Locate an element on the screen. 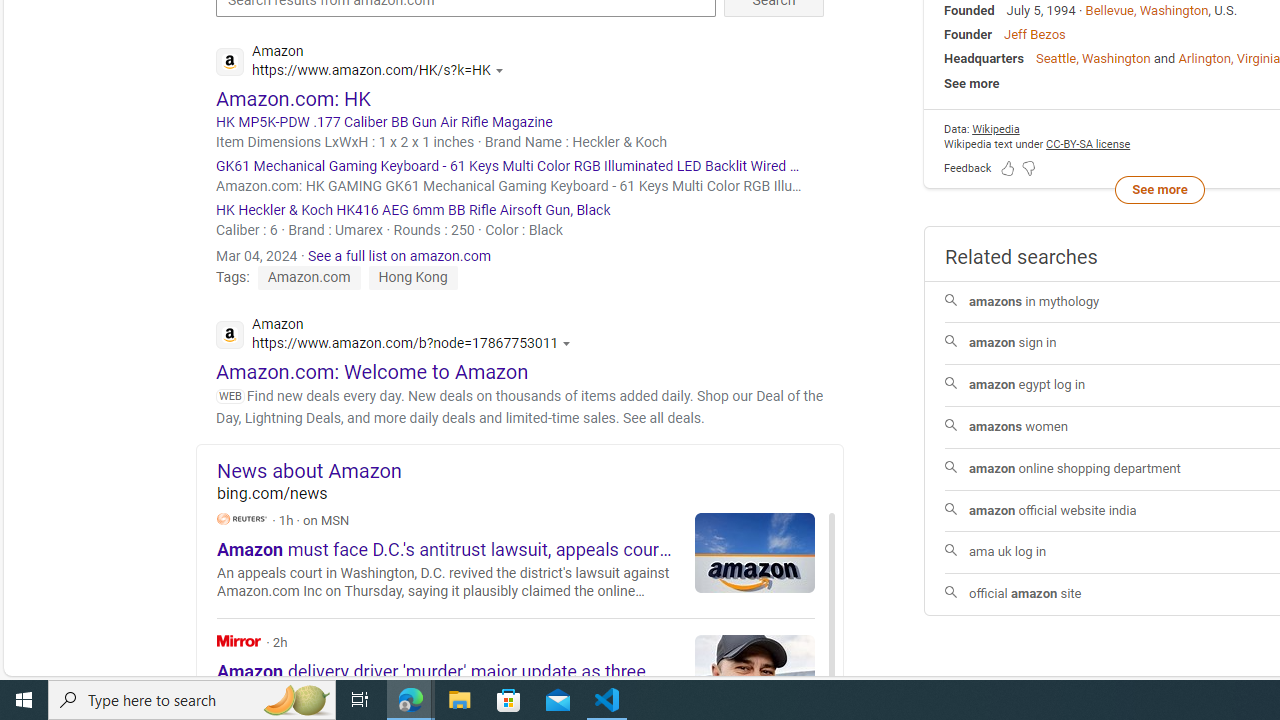 The height and width of the screenshot is (720, 1280). 'See a full list on amazon.com' is located at coordinates (400, 254).